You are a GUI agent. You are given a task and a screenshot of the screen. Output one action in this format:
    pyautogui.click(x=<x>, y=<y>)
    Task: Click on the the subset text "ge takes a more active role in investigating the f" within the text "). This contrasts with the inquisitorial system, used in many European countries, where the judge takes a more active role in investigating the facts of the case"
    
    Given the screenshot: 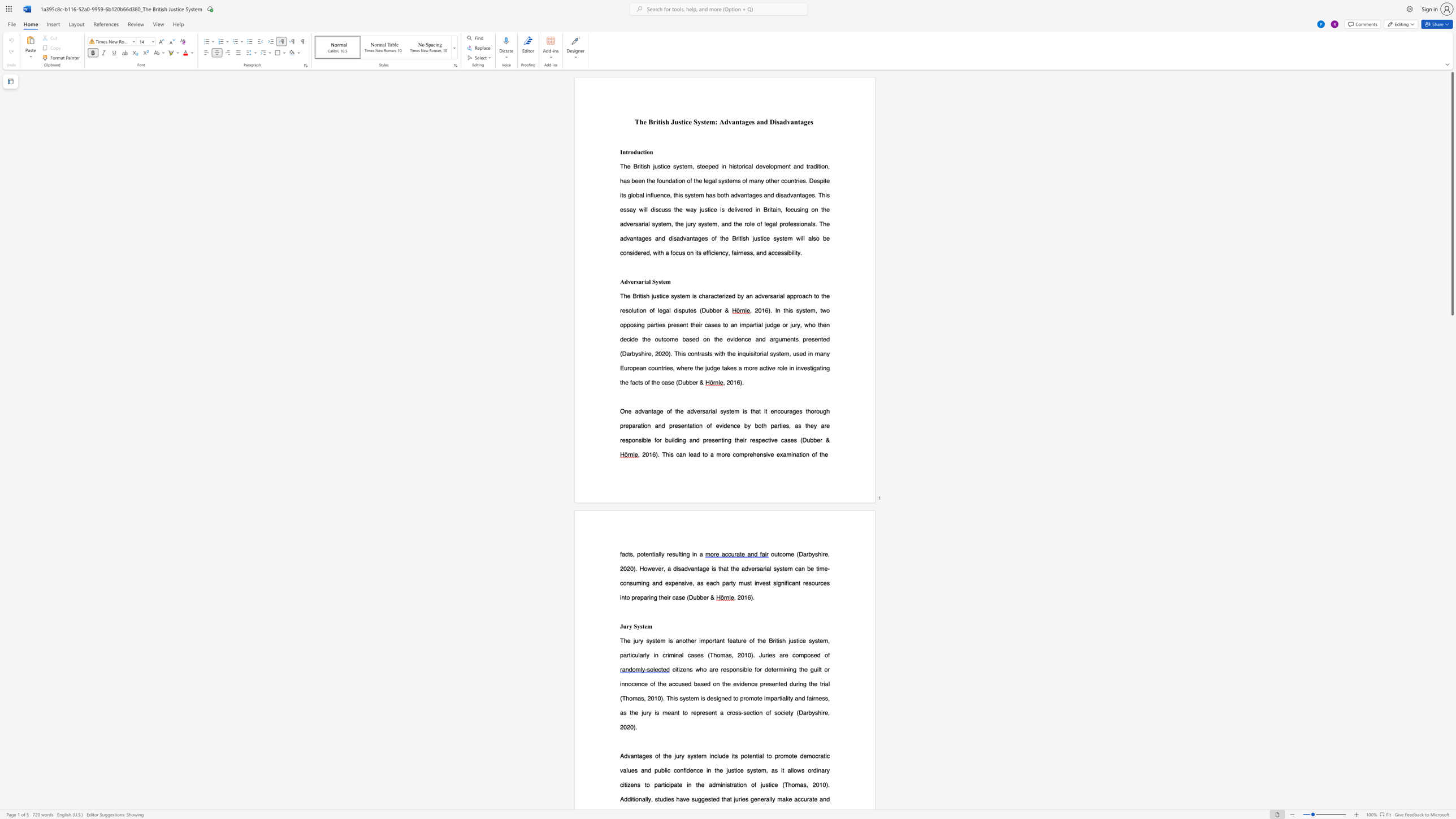 What is the action you would take?
    pyautogui.click(x=713, y=367)
    